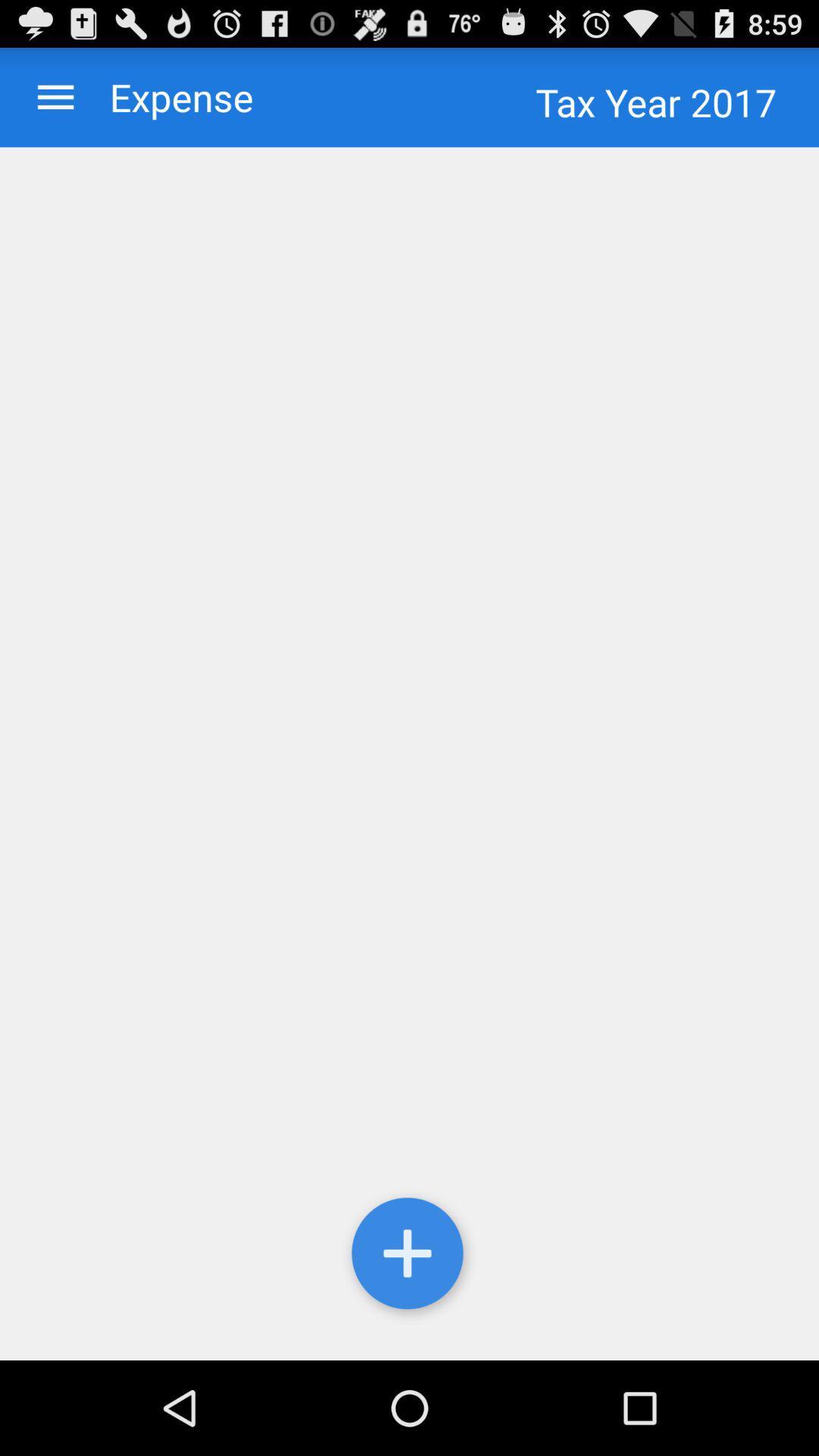  Describe the element at coordinates (409, 754) in the screenshot. I see `new expense` at that location.